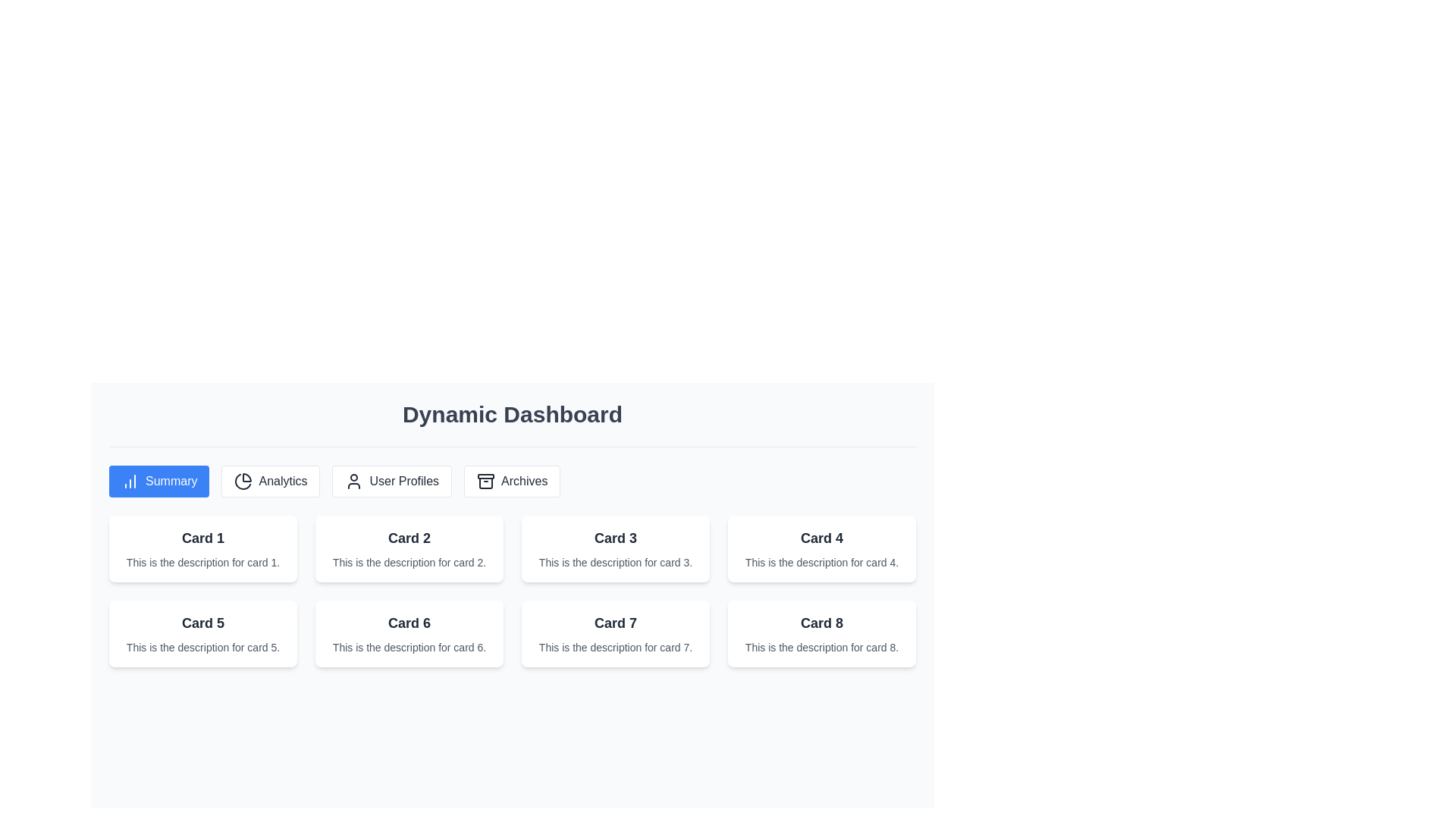  I want to click on the 'Summary' text label in the leftmost button of the horizontal options, so click(159, 482).